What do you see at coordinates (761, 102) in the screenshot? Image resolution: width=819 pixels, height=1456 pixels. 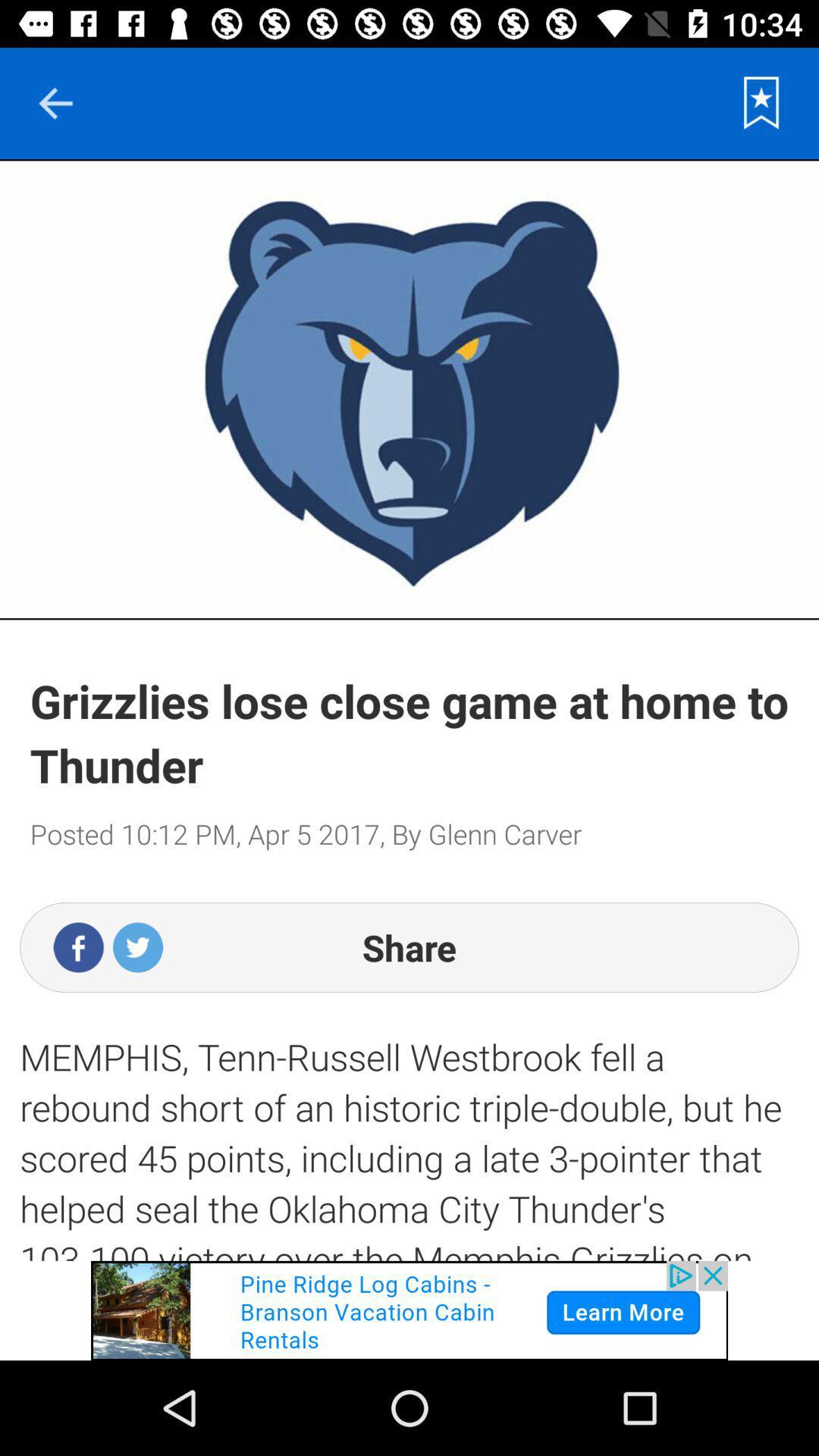 I see `the bookmark icon` at bounding box center [761, 102].